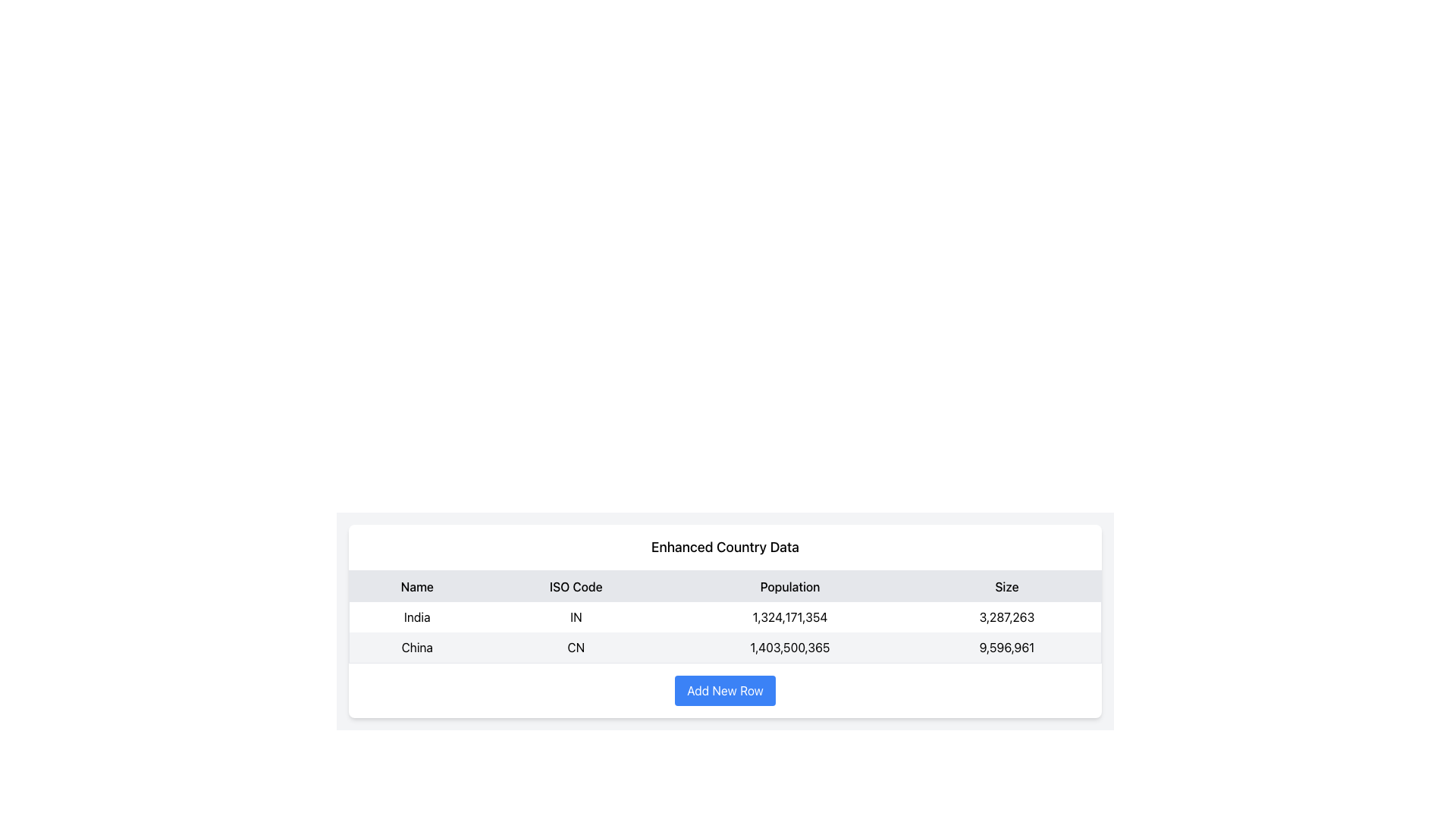 This screenshot has width=1456, height=819. Describe the element at coordinates (575, 648) in the screenshot. I see `the Text Label representing the ISO country code for China` at that location.